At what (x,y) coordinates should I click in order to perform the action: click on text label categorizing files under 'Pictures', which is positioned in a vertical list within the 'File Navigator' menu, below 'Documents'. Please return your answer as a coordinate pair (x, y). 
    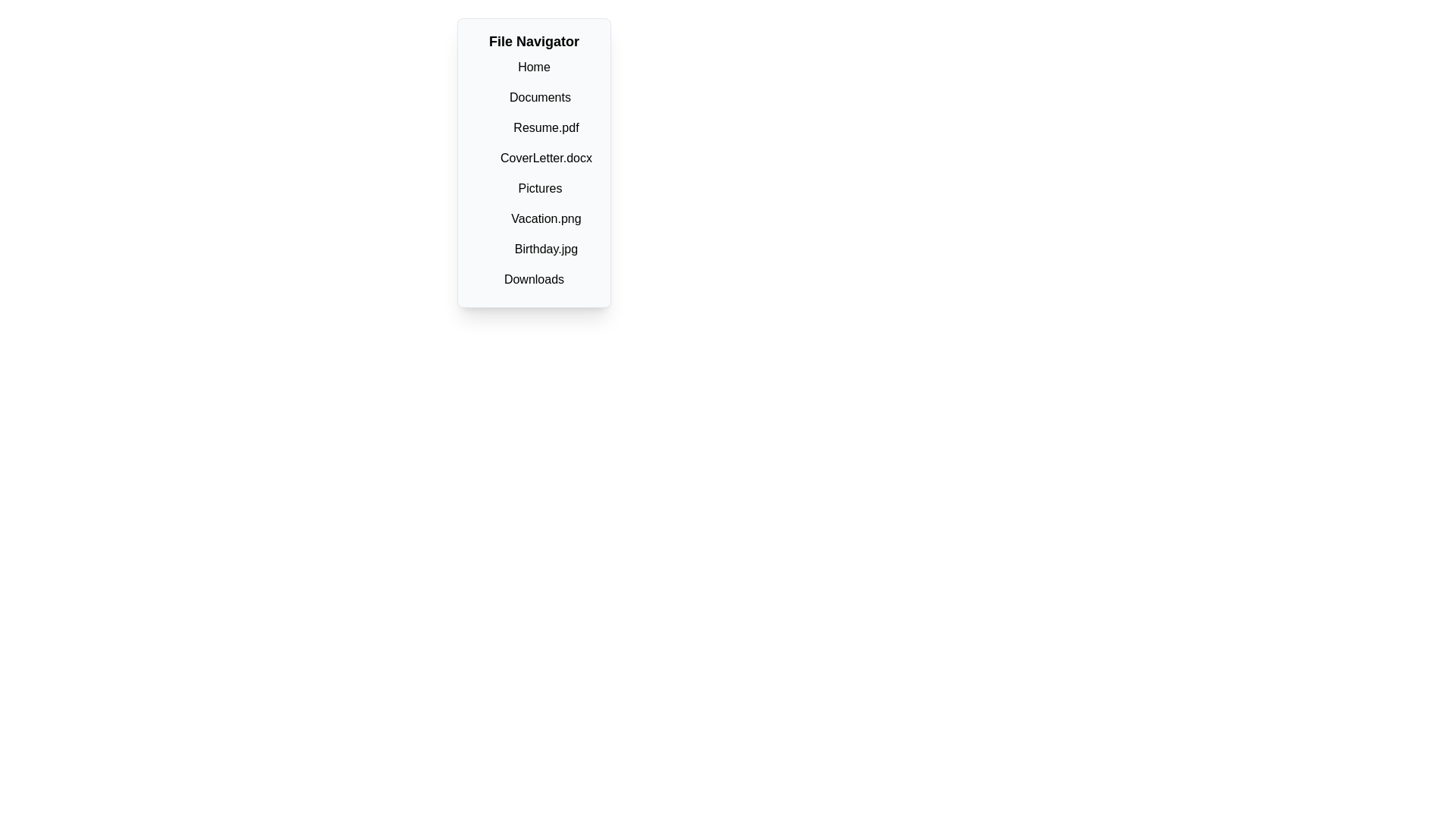
    Looking at the image, I should click on (540, 219).